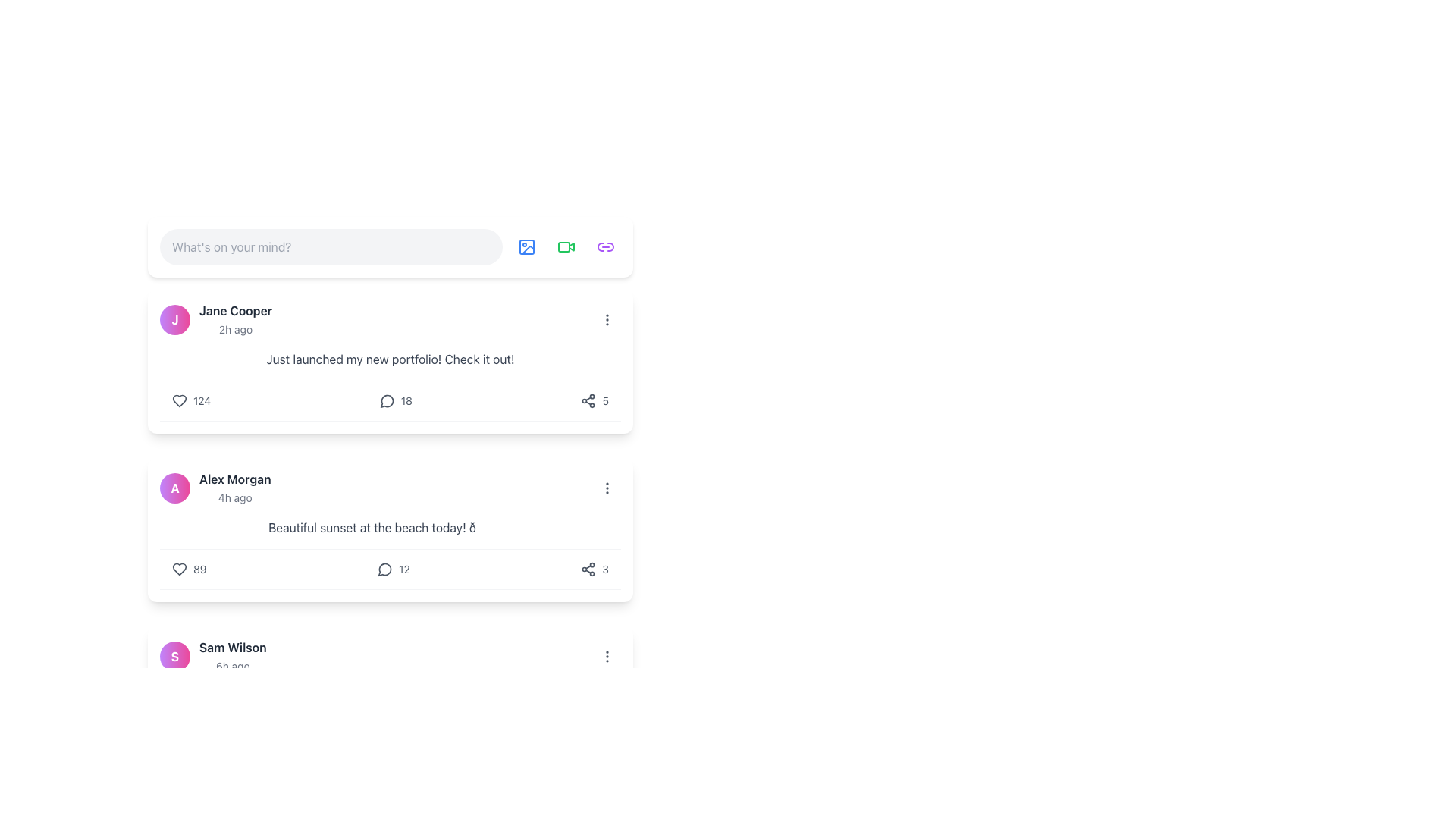 Image resolution: width=1456 pixels, height=819 pixels. I want to click on the static text label displaying the name 'Sam Wilson', which is located within the lower section of the interface as part of a user post card, so click(232, 647).